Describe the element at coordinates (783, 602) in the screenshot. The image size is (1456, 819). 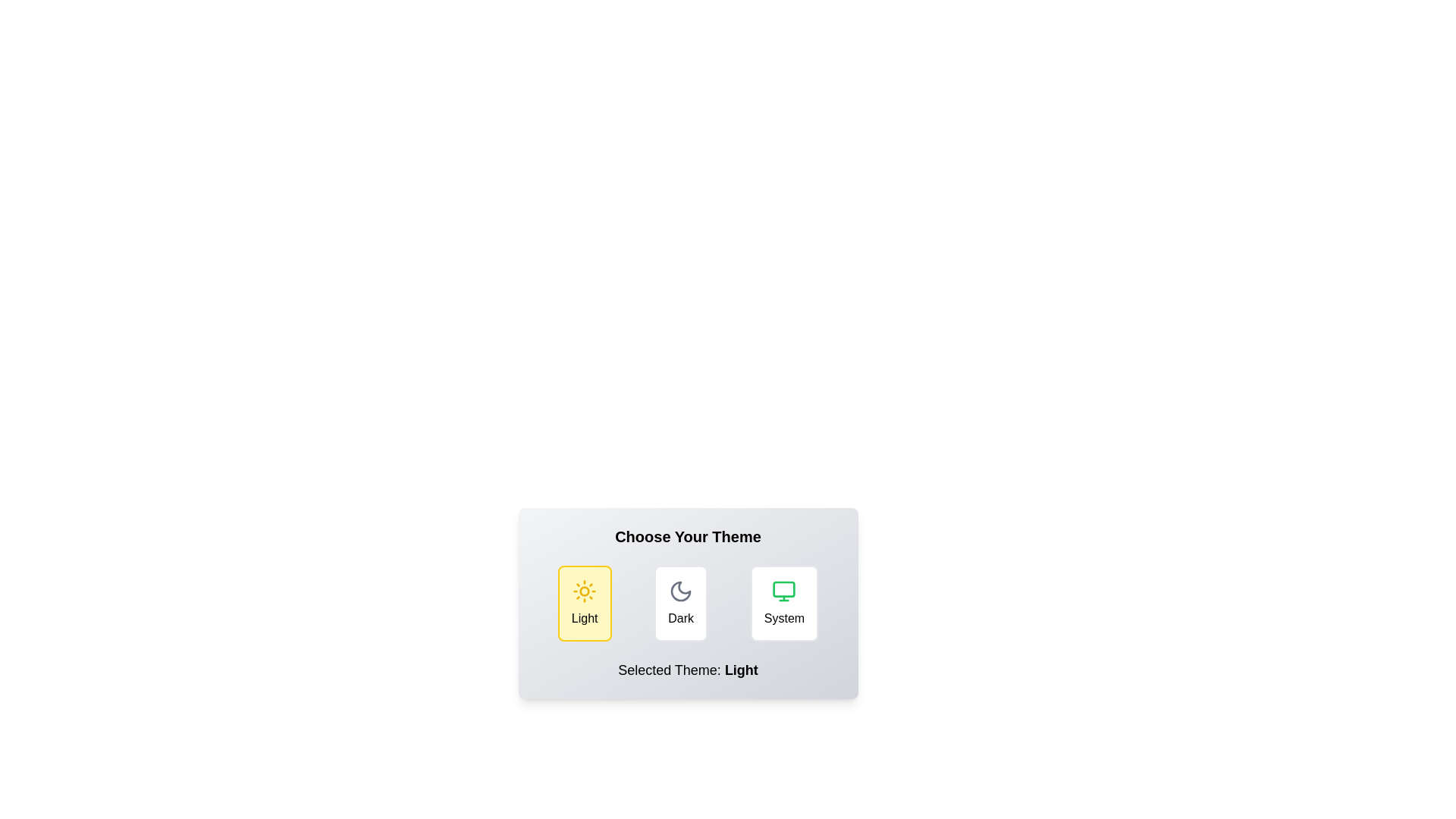
I see `the theme by clicking on the corresponding button for System` at that location.